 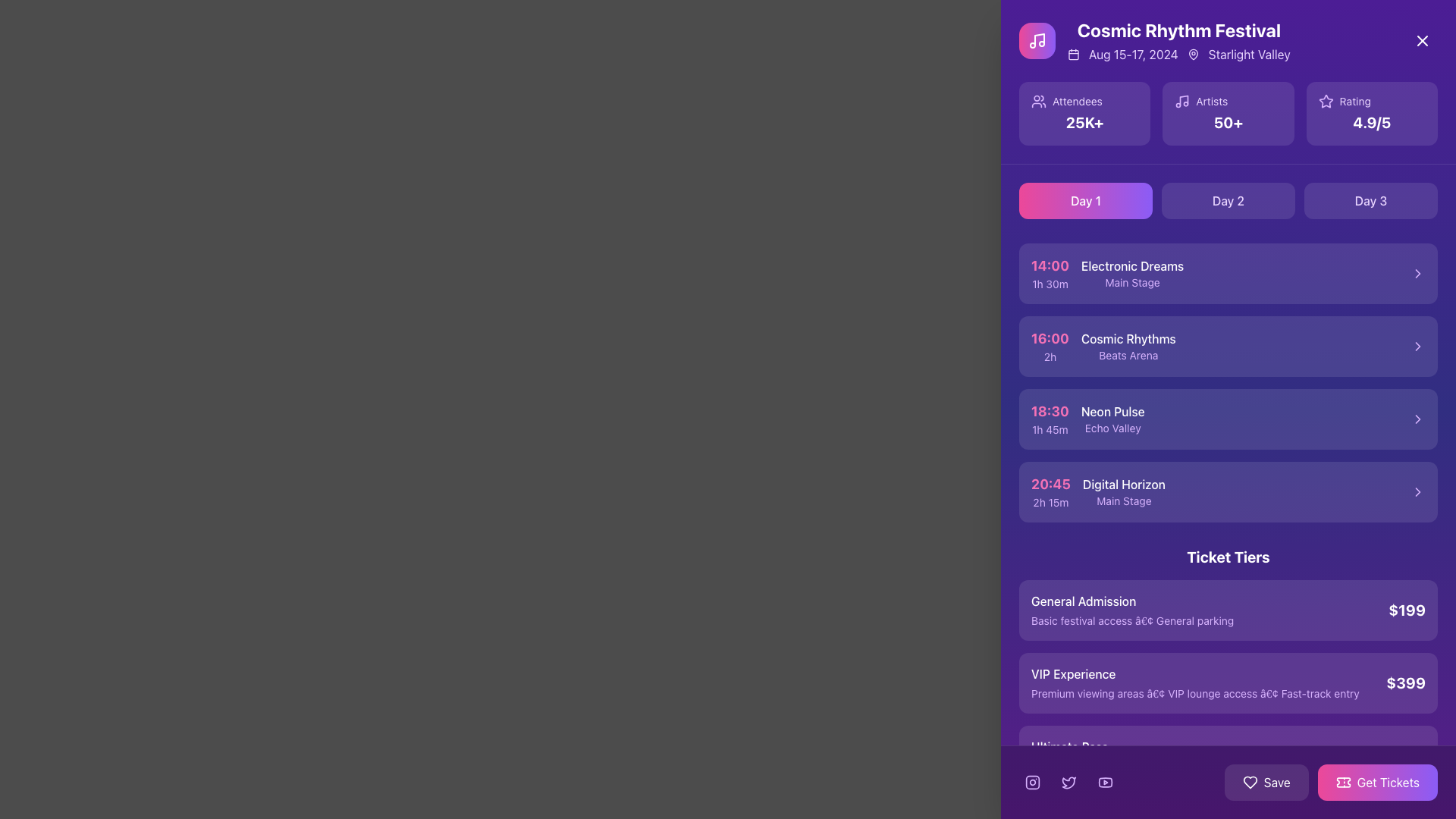 I want to click on the combined text label indicating the start time ('16:00') and duration ('2h') of the 'Cosmic Rhythms' event in the timetable, located at the top-left of the event section, so click(x=1049, y=346).